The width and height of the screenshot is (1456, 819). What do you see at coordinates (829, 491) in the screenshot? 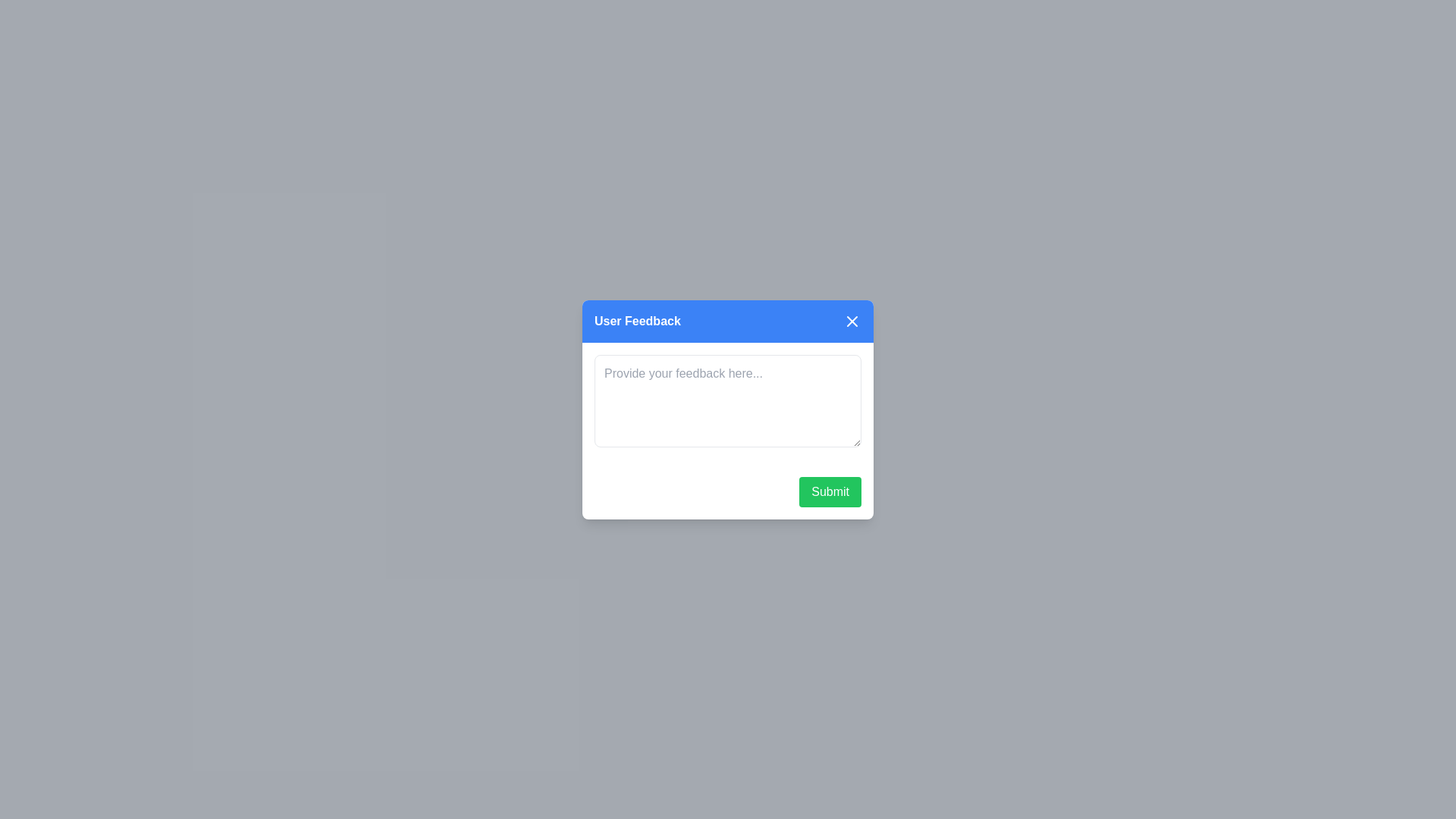
I see `the submit button to submit feedback` at bounding box center [829, 491].